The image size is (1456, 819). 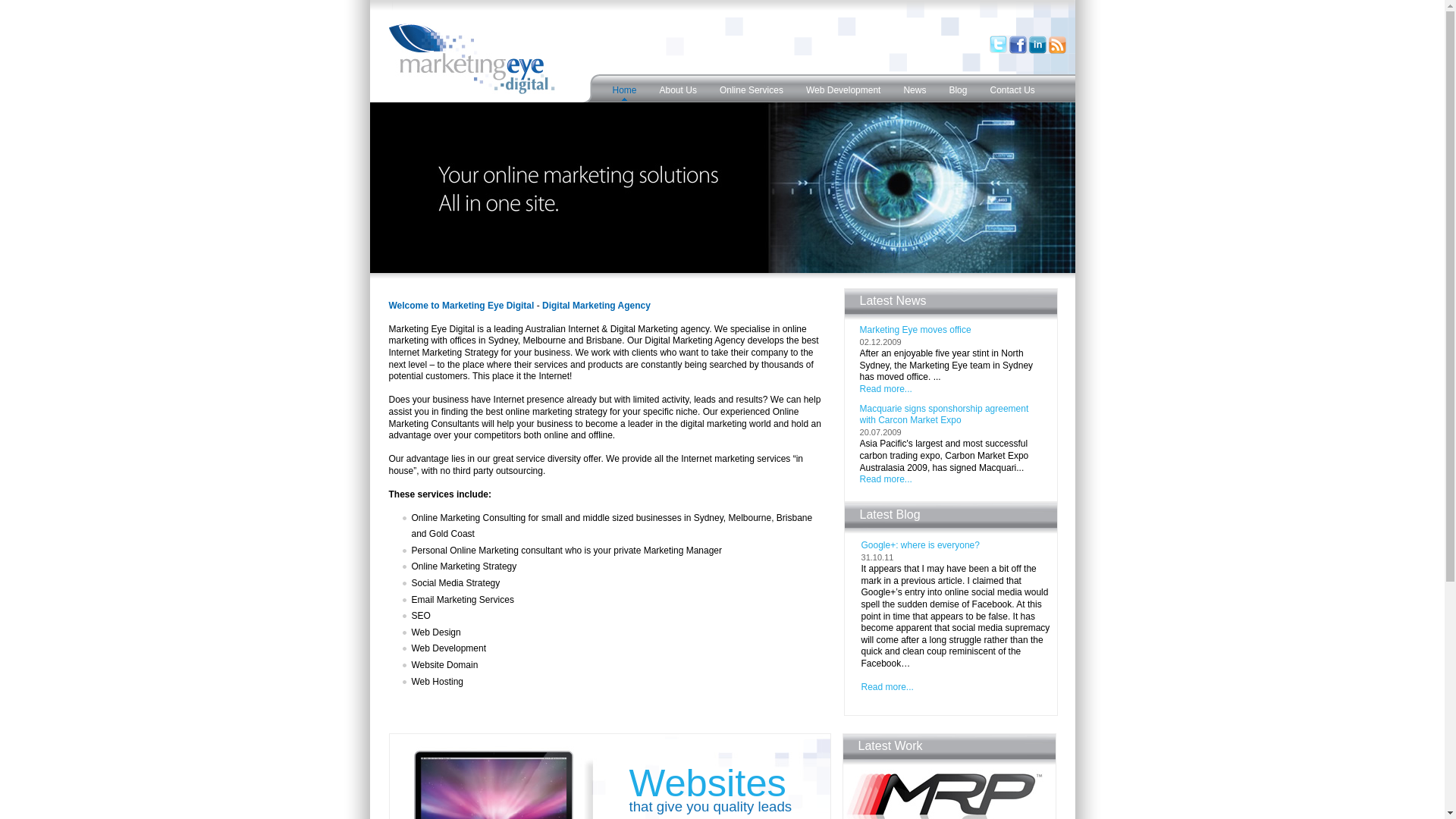 What do you see at coordinates (956, 87) in the screenshot?
I see `'Blog'` at bounding box center [956, 87].